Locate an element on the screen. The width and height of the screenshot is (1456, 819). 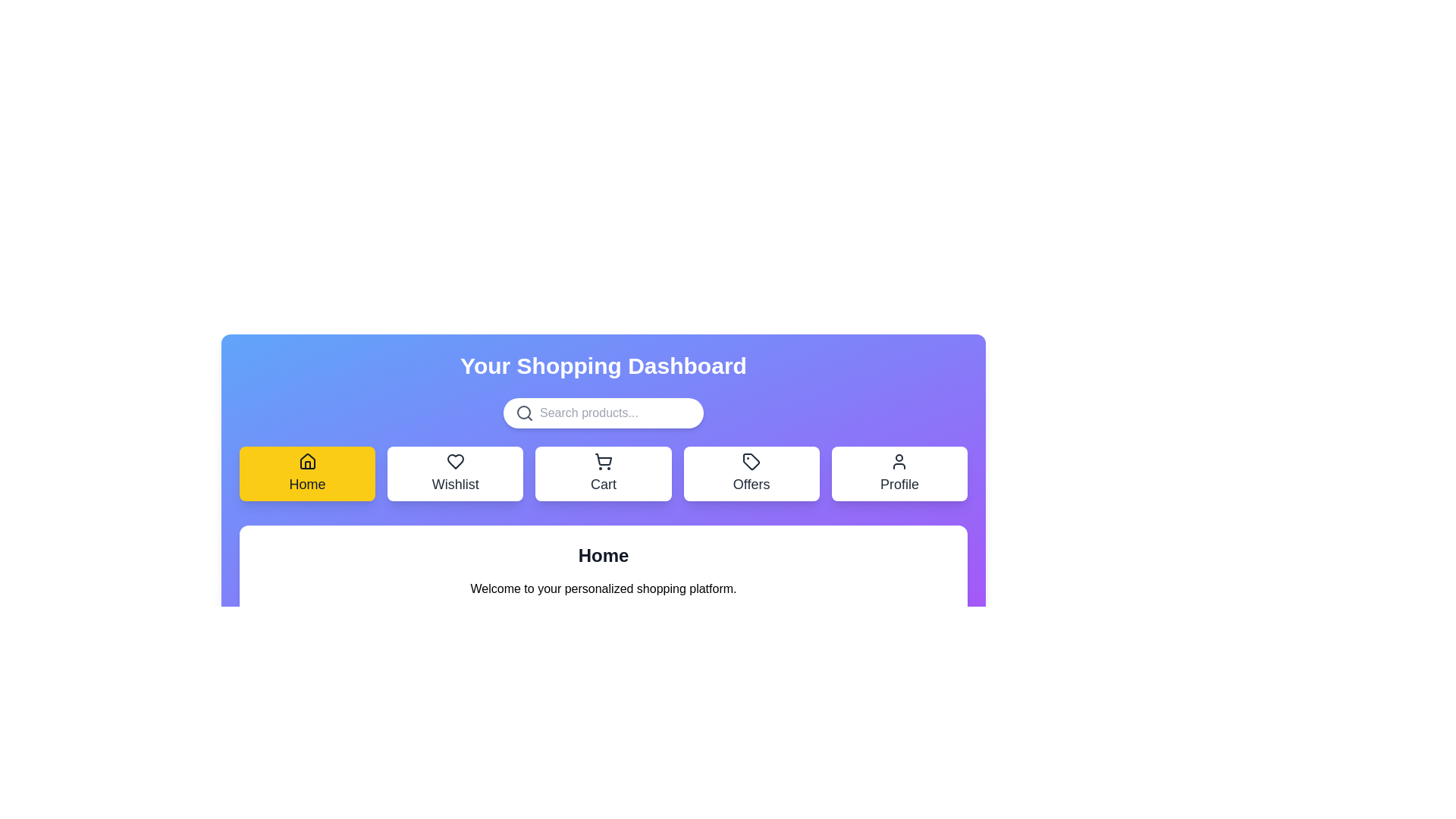
the 'Offers' icon located in the fourth position of the horizontal navigation bar on the shopping dashboard interface is located at coordinates (752, 461).